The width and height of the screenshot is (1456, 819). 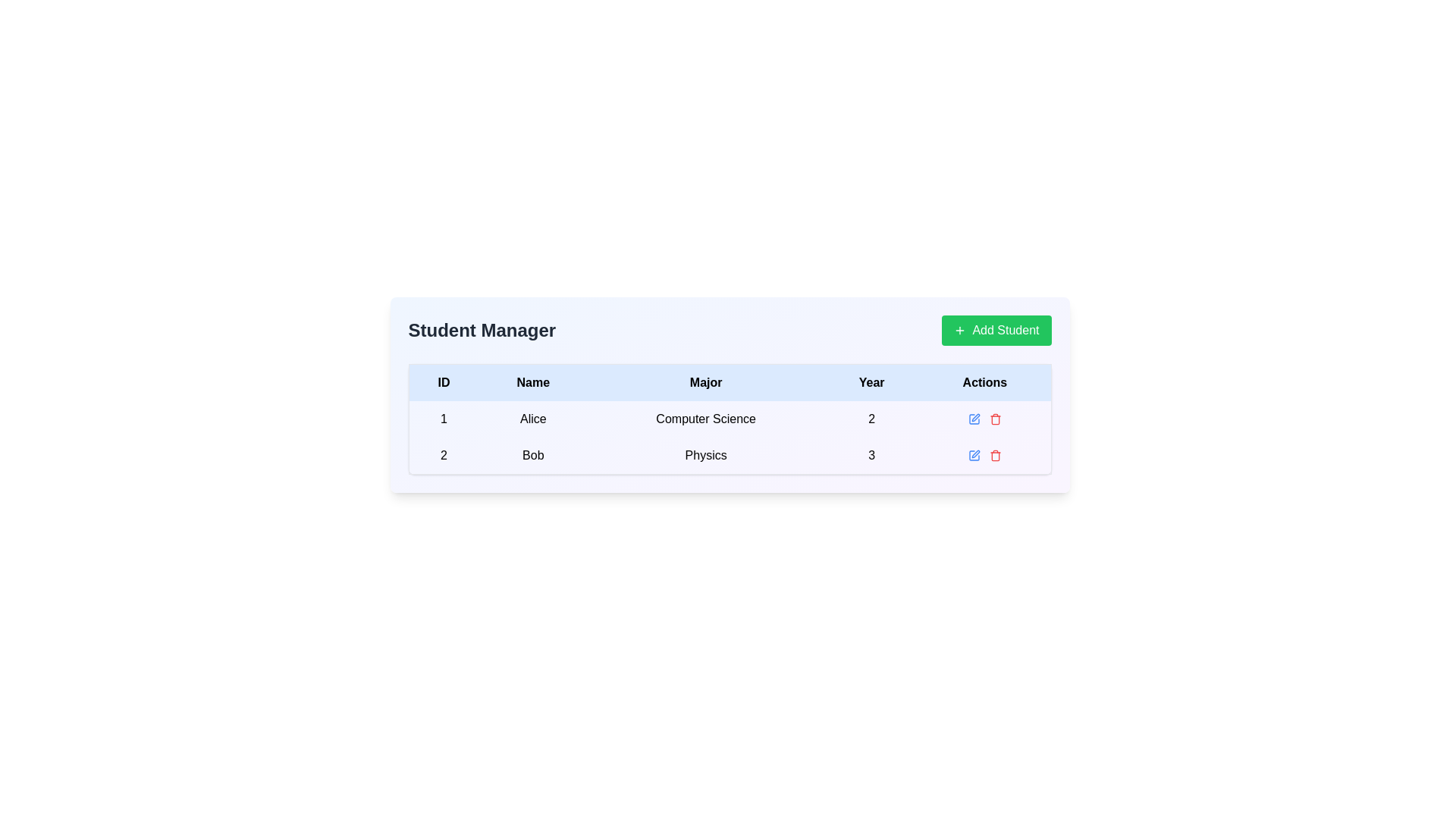 I want to click on the text display element showing the name 'Alice' located in the first row, second cell of a table under the 'Name' column, so click(x=533, y=419).